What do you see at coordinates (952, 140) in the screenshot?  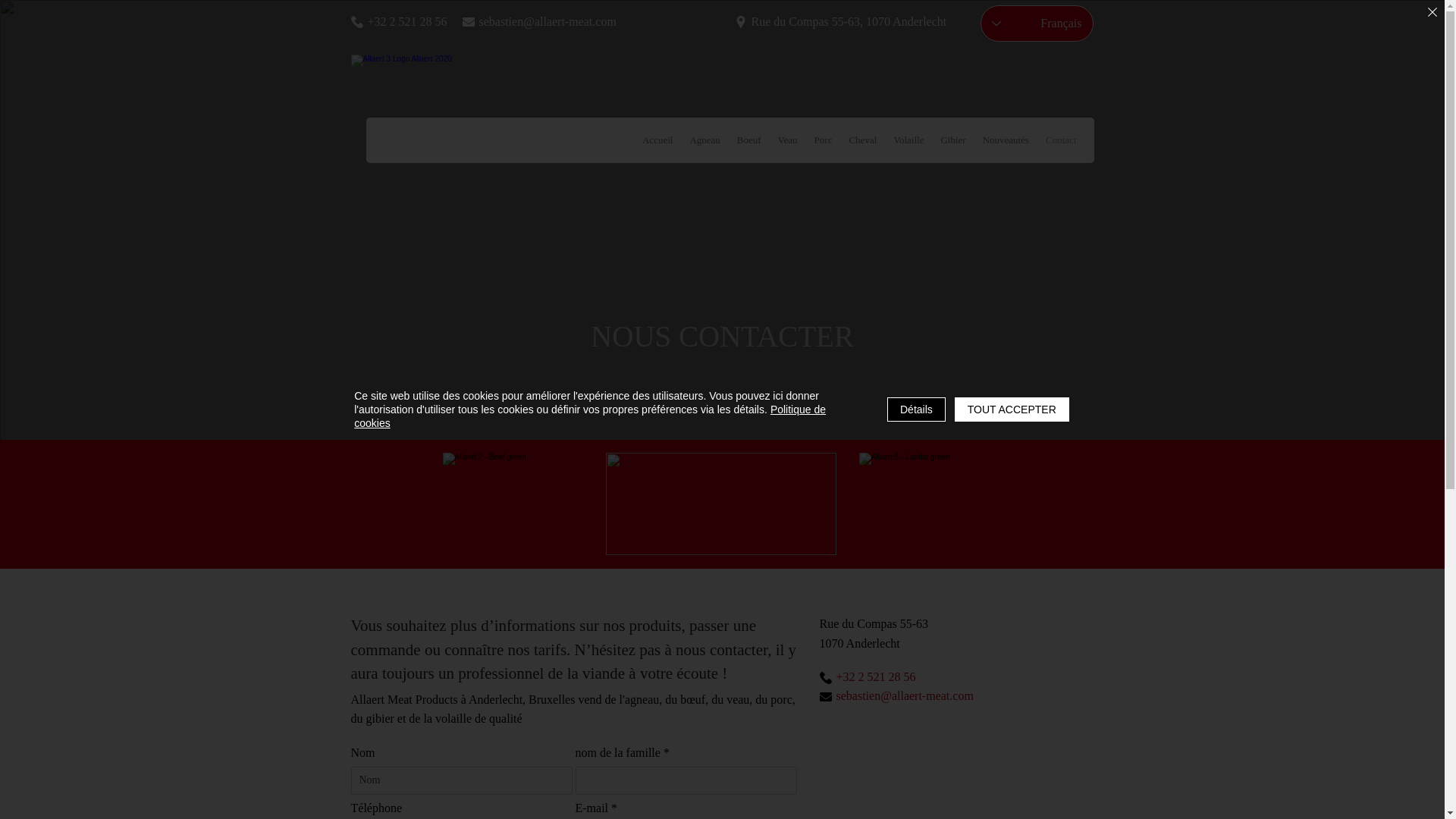 I see `'Gibier'` at bounding box center [952, 140].